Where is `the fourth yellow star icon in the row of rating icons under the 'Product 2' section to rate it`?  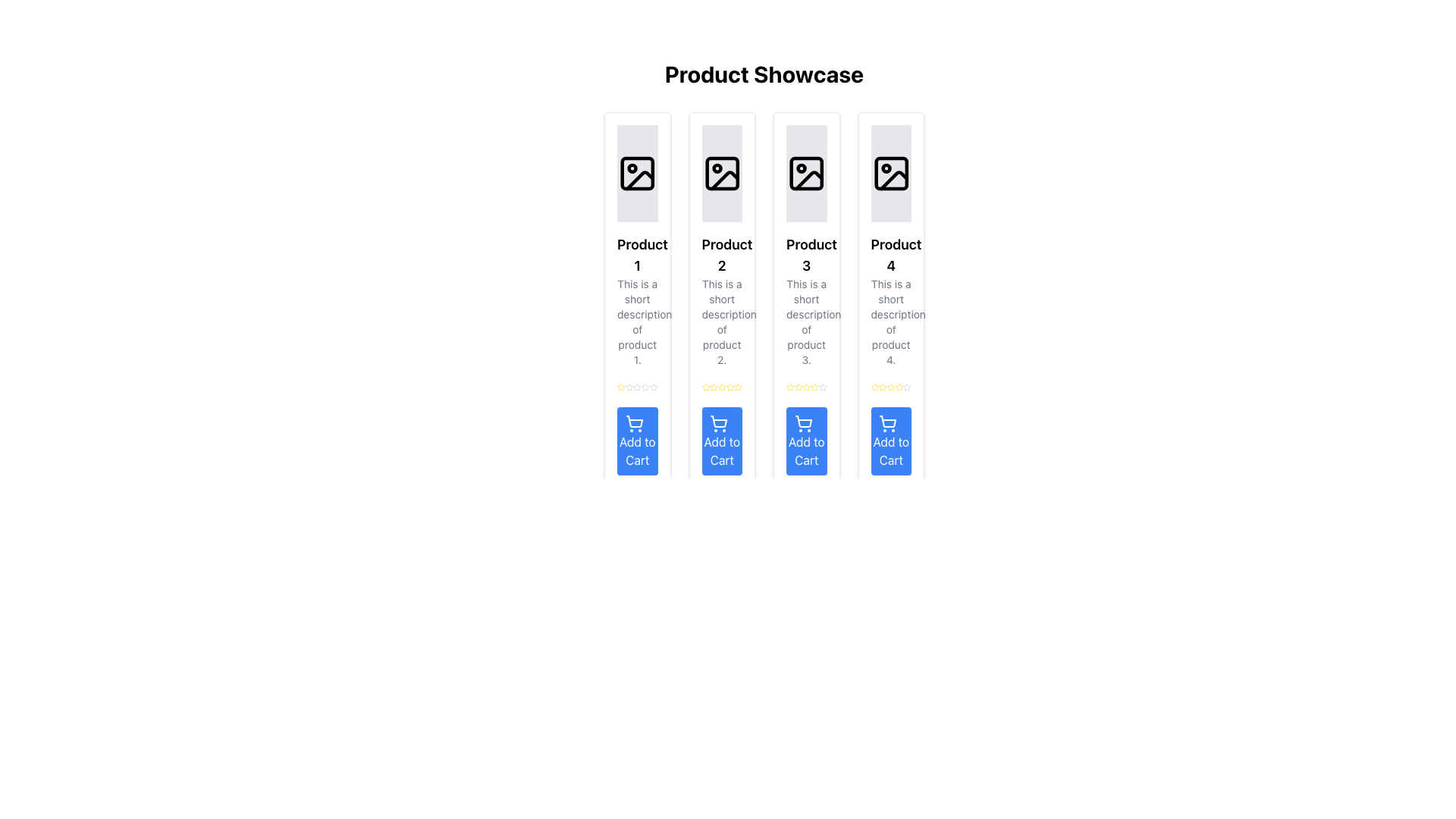
the fourth yellow star icon in the row of rating icons under the 'Product 2' section to rate it is located at coordinates (720, 386).